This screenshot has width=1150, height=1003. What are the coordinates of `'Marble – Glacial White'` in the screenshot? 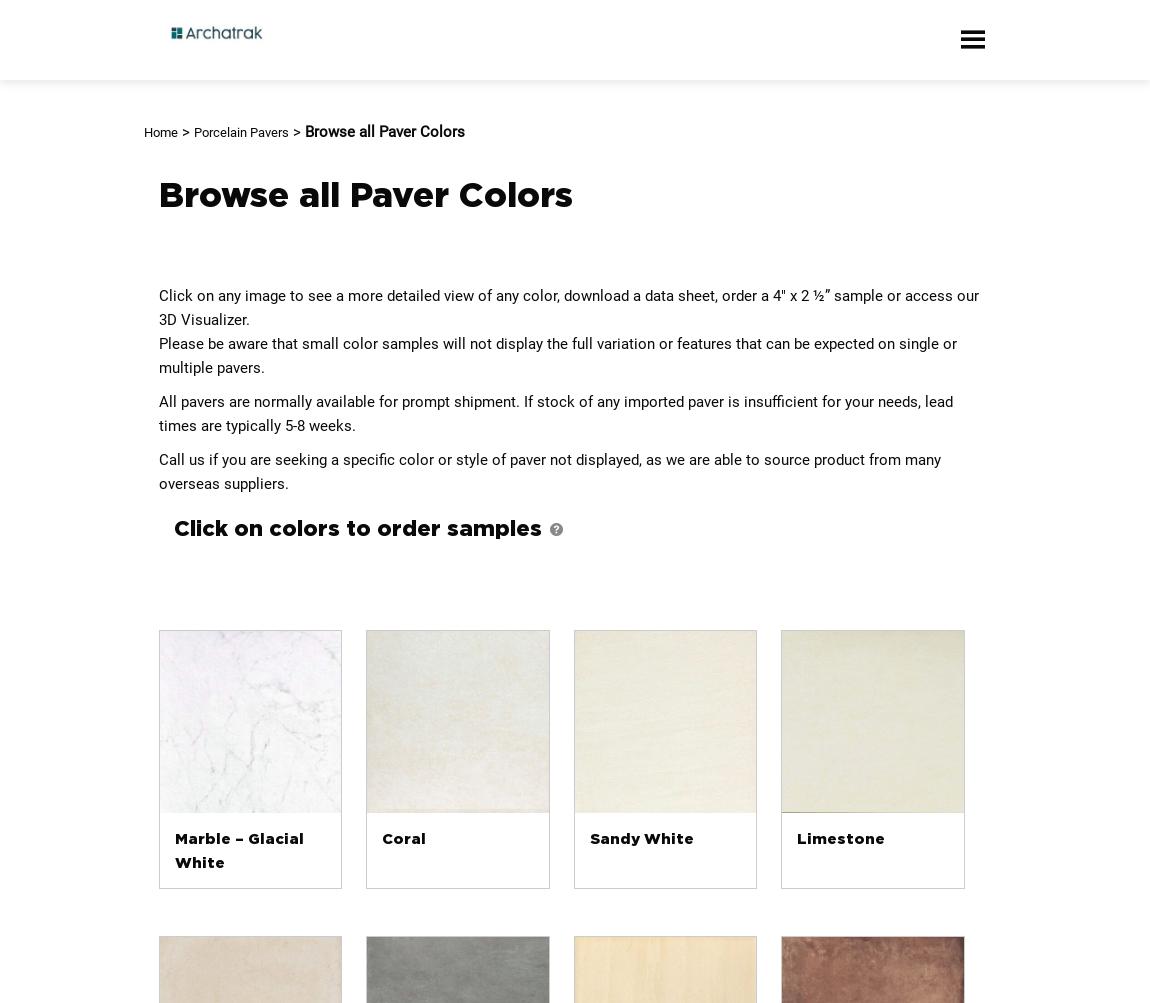 It's located at (237, 850).